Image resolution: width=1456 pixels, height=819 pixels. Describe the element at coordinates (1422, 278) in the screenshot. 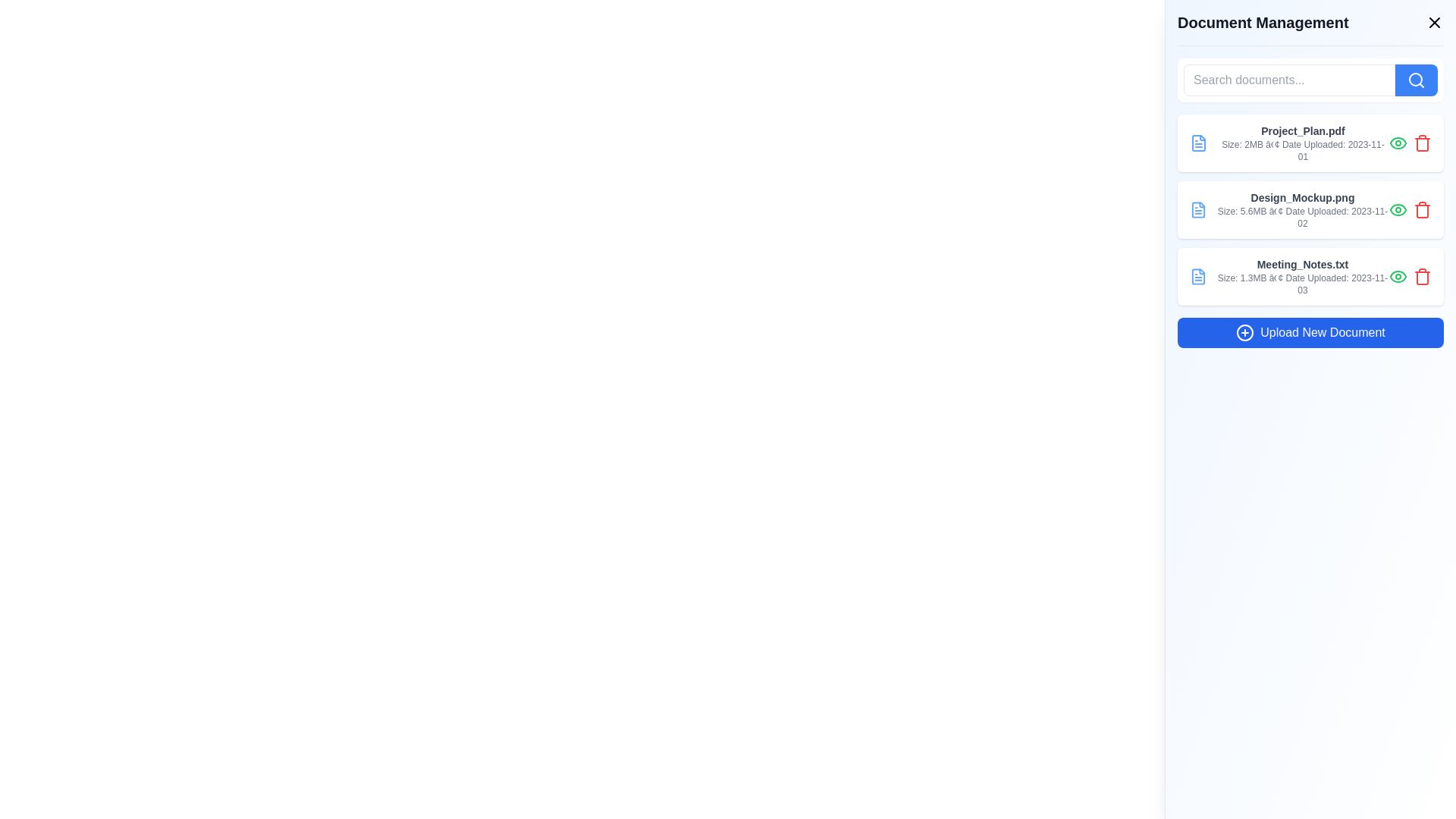

I see `the Trash Bin icon located to the right of the 'Meeting_Notes.txt' file entry in the Document Management section to initiate a delete action` at that location.